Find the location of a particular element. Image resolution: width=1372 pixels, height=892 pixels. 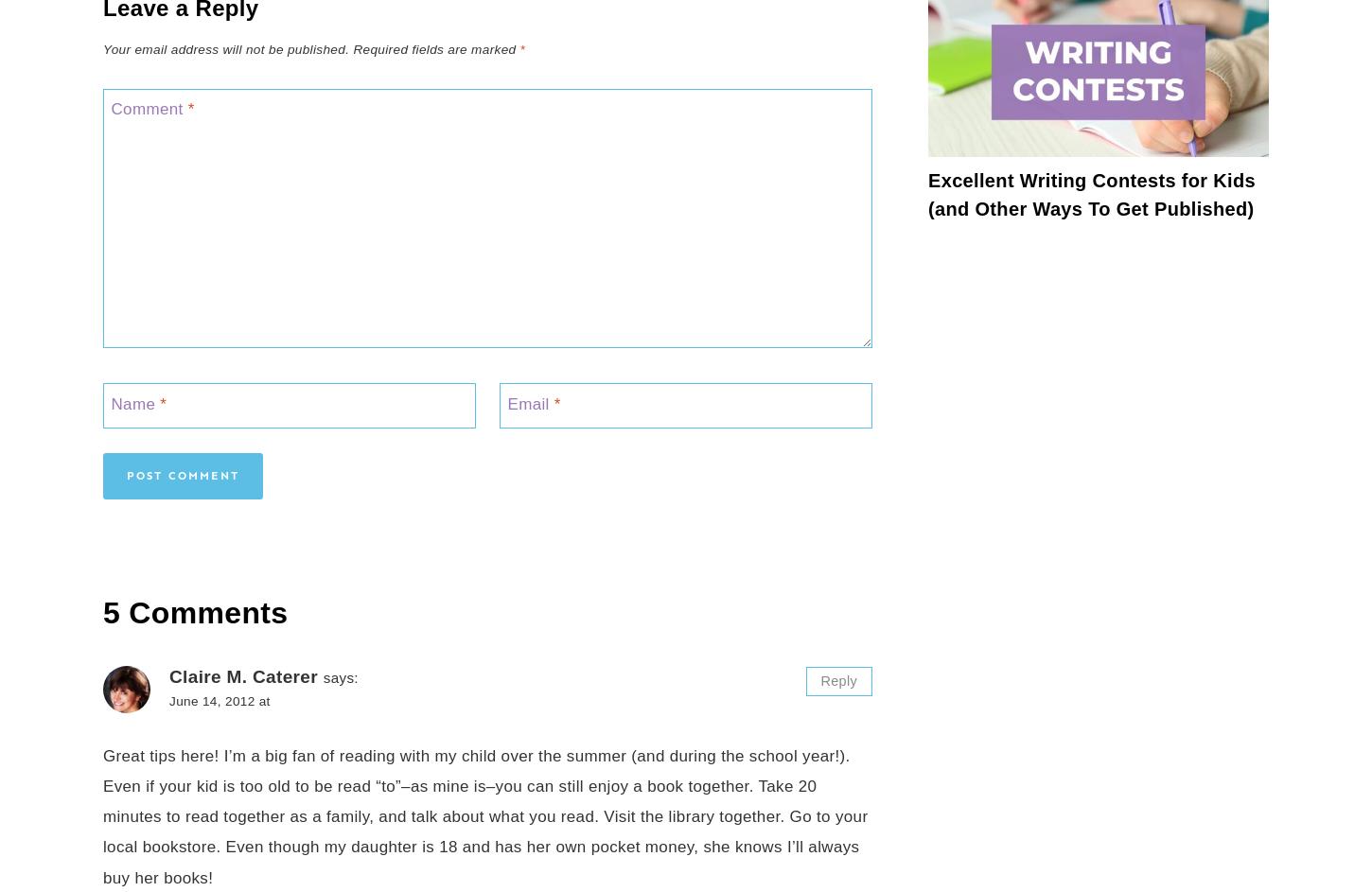

'Claire M. Caterer' is located at coordinates (243, 675).